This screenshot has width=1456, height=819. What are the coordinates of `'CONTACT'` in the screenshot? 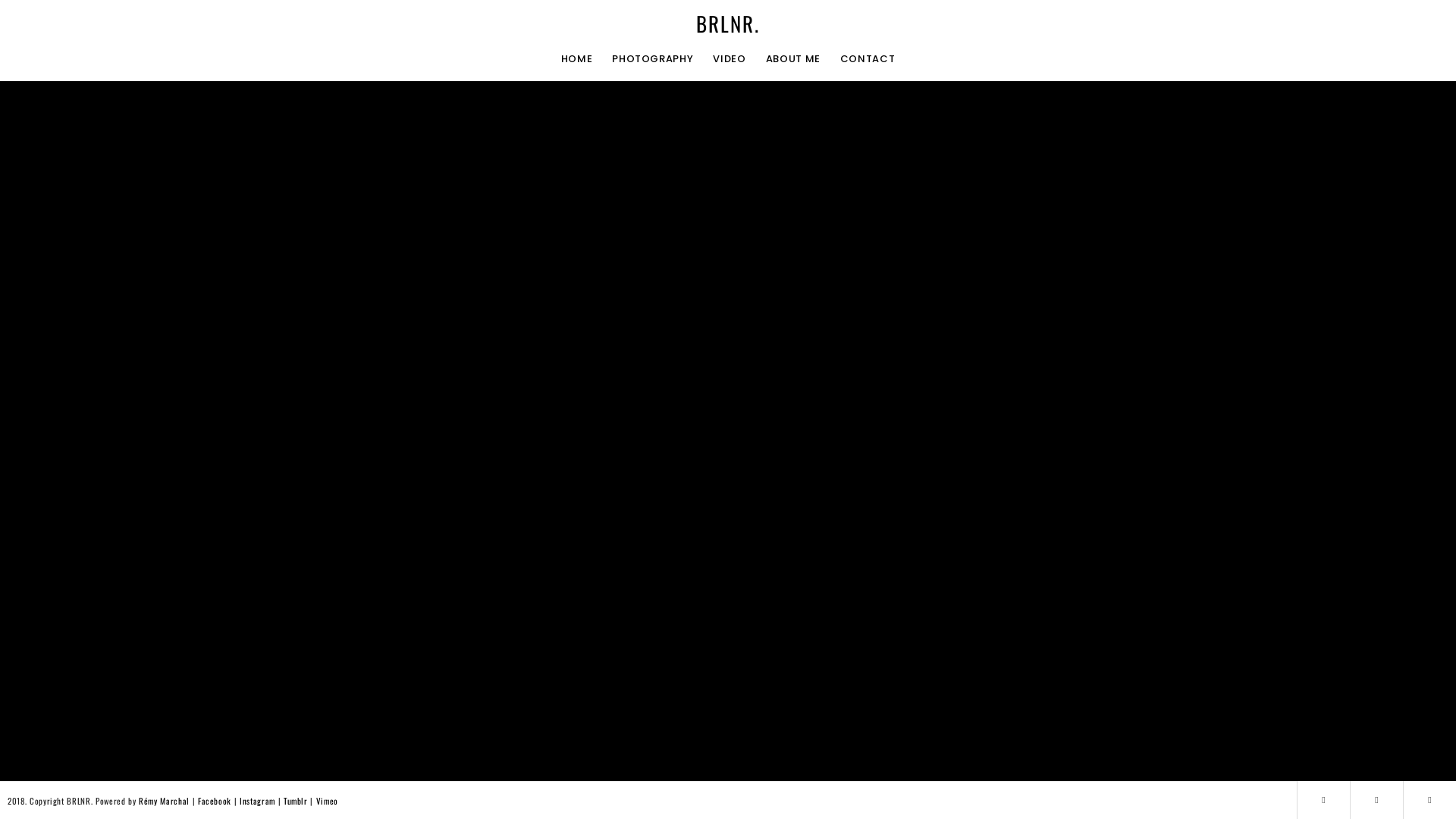 It's located at (868, 58).